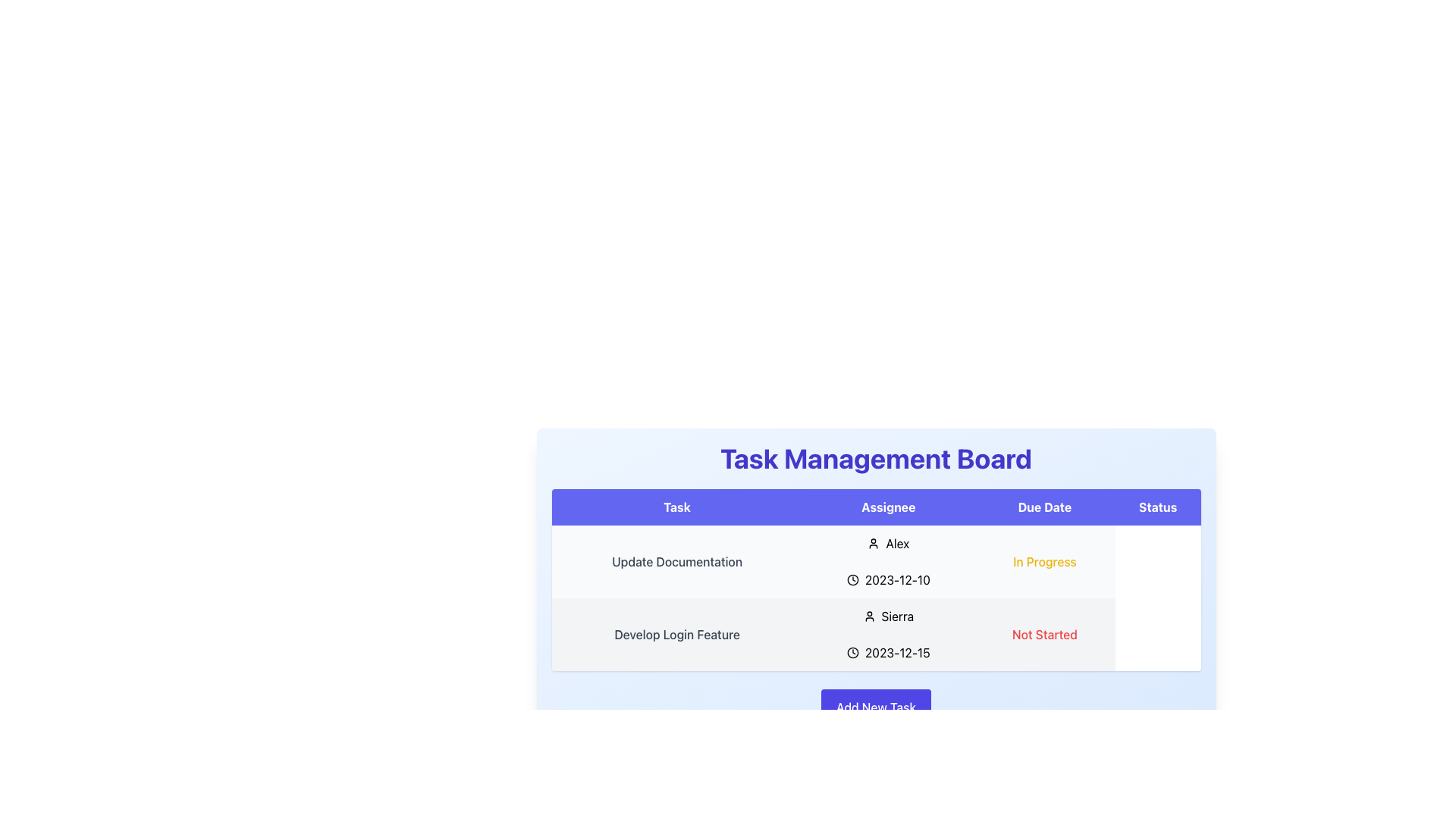 This screenshot has width=1456, height=819. What do you see at coordinates (888, 543) in the screenshot?
I see `the user icon next to the label 'Alex' in the Assignee column of the data table for potential actions` at bounding box center [888, 543].